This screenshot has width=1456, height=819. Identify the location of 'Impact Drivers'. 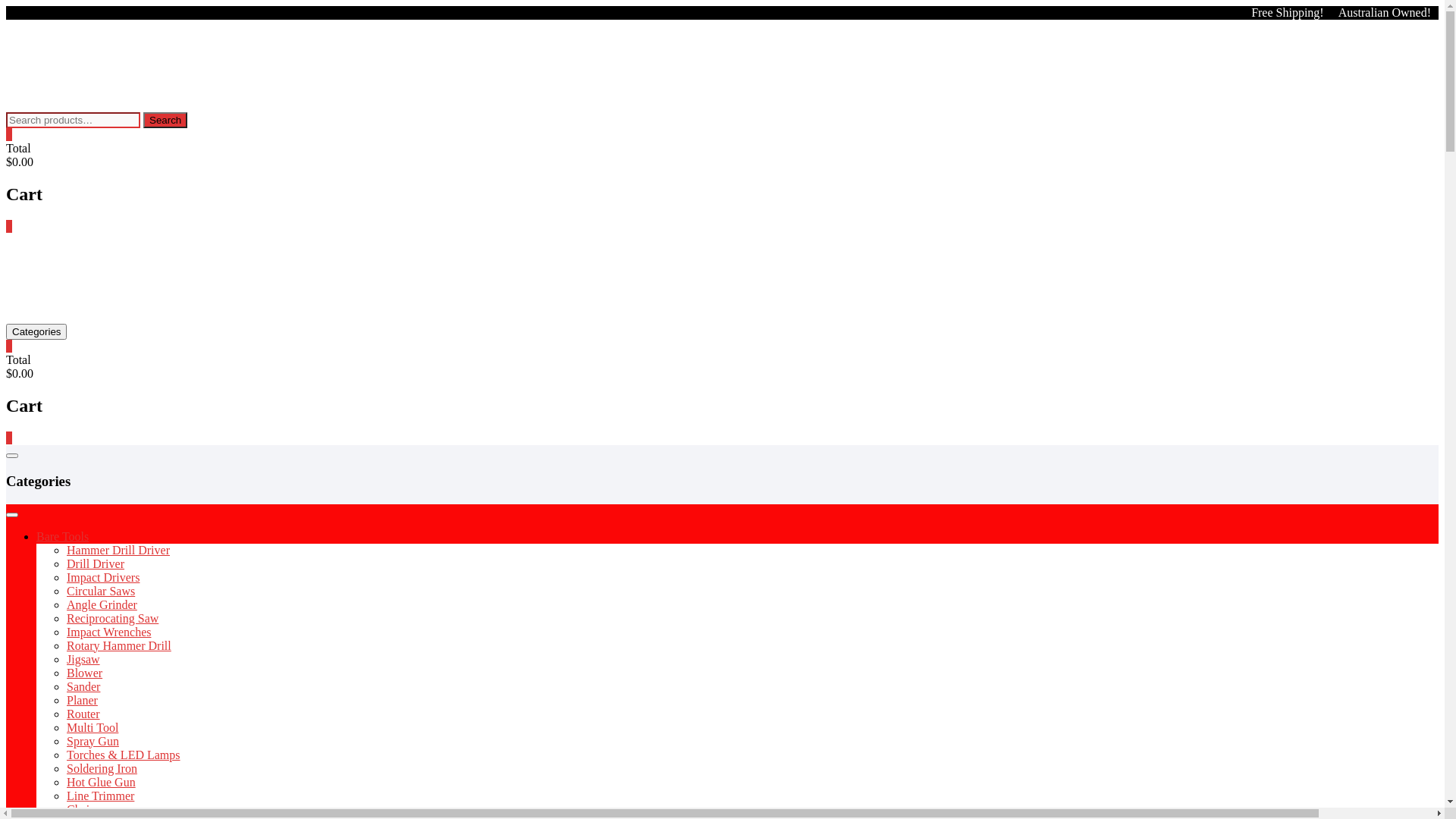
(102, 577).